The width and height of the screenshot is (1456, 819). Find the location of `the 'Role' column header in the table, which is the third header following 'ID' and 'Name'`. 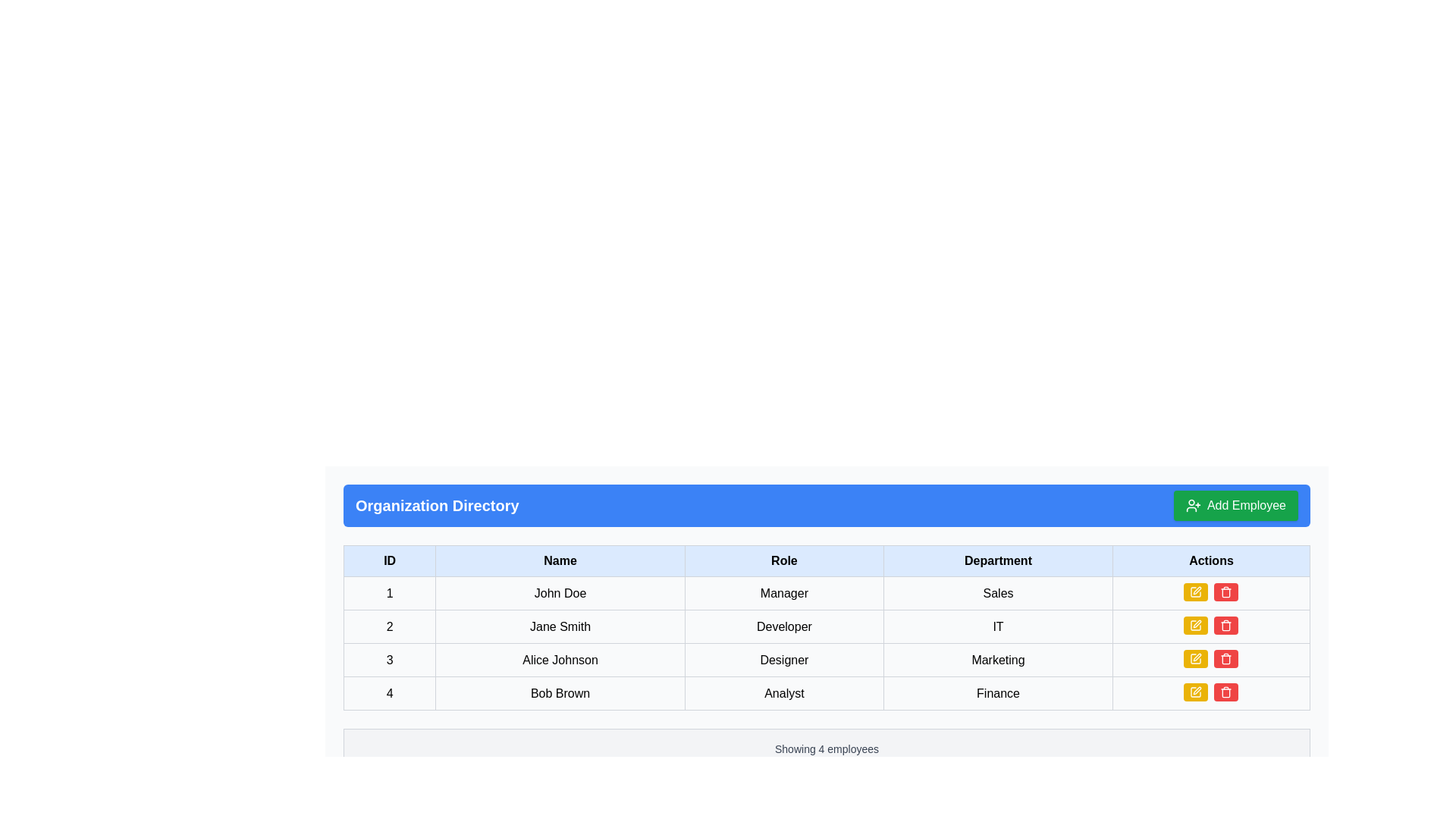

the 'Role' column header in the table, which is the third header following 'ID' and 'Name' is located at coordinates (784, 561).